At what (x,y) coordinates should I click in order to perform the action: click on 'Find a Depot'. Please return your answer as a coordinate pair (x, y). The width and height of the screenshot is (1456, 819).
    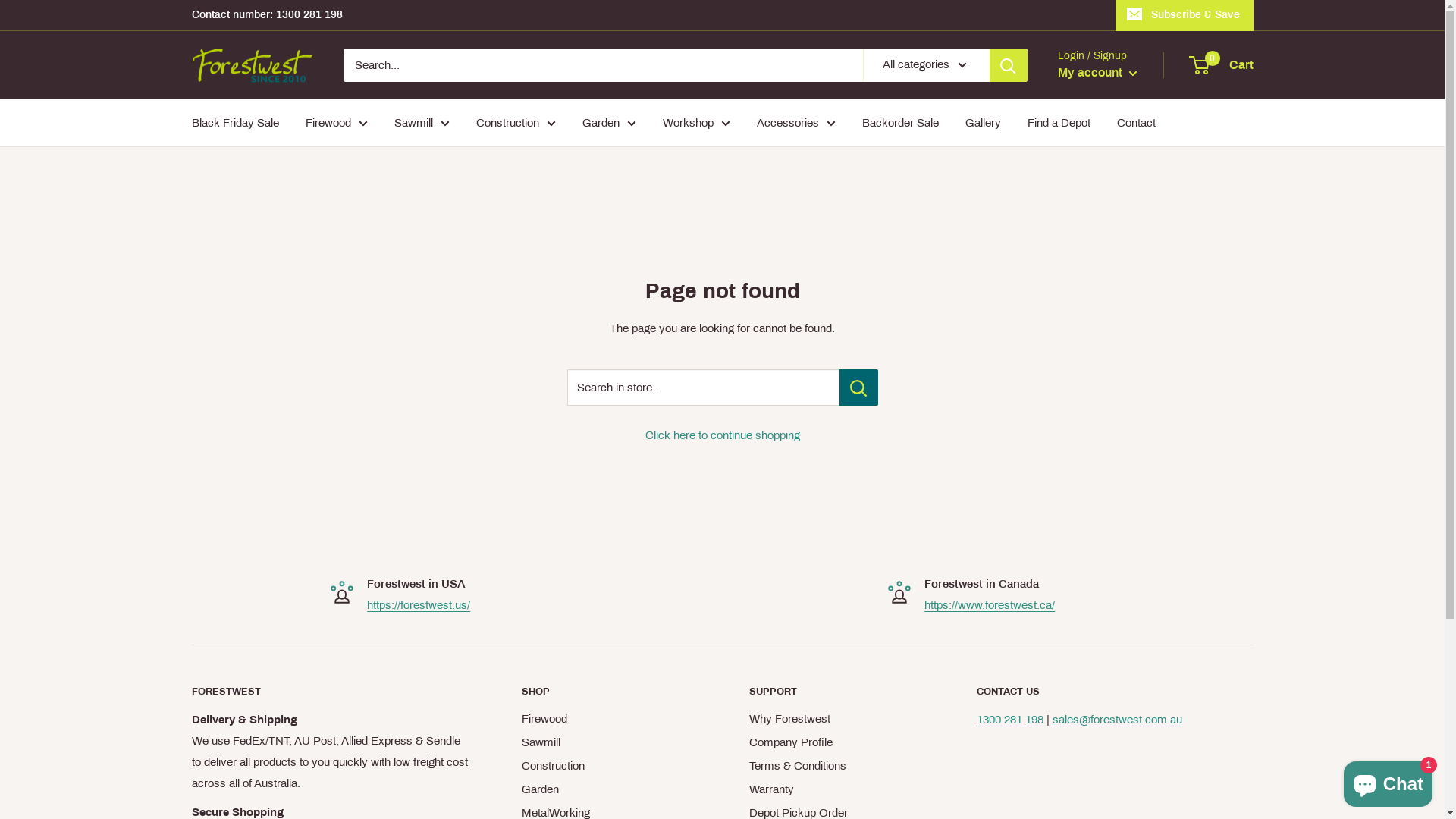
    Looking at the image, I should click on (1057, 122).